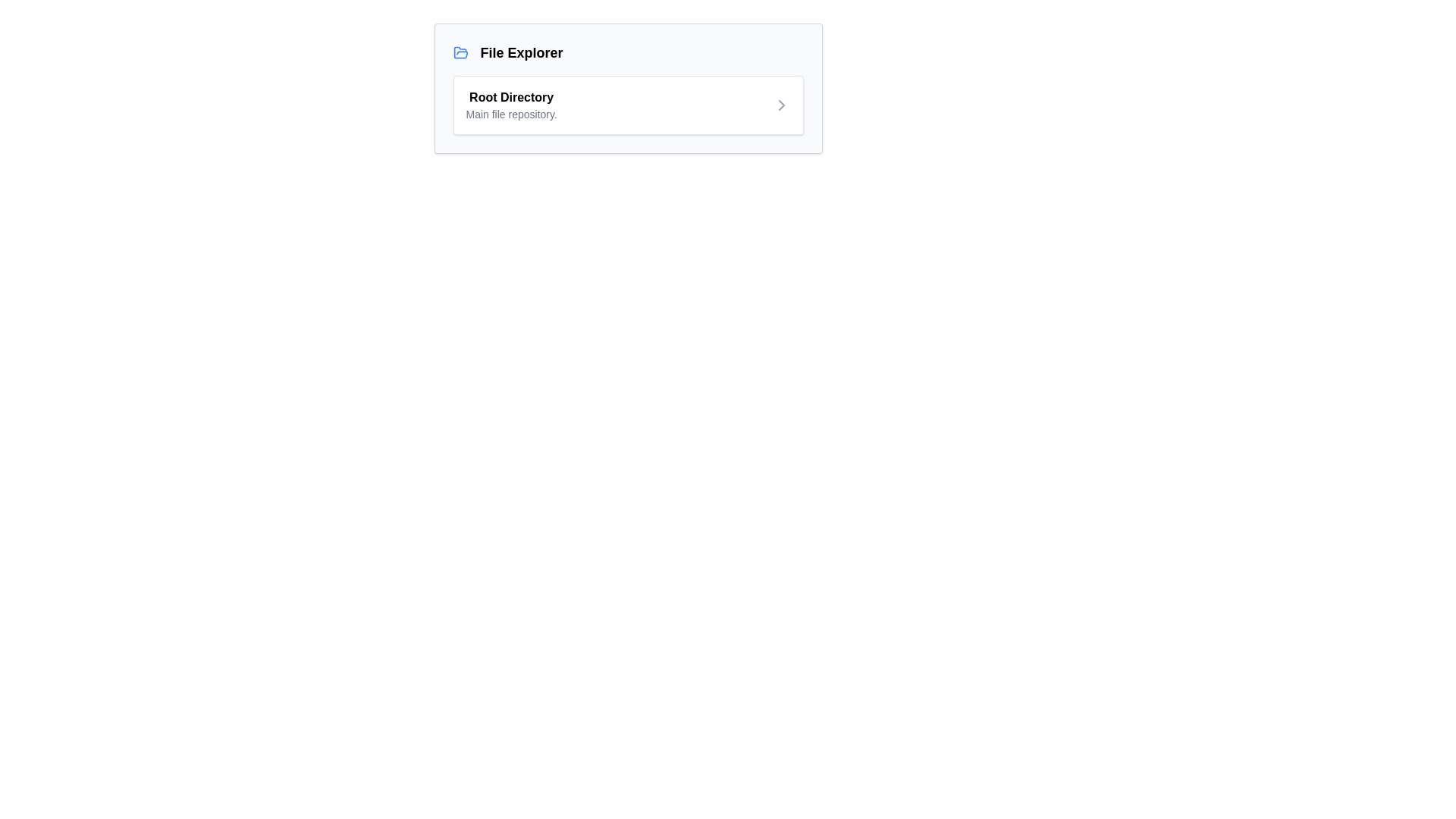 The height and width of the screenshot is (819, 1456). Describe the element at coordinates (460, 52) in the screenshot. I see `the folder icon that represents the 'File Explorer' section, located in the top-left corner next to the title text` at that location.